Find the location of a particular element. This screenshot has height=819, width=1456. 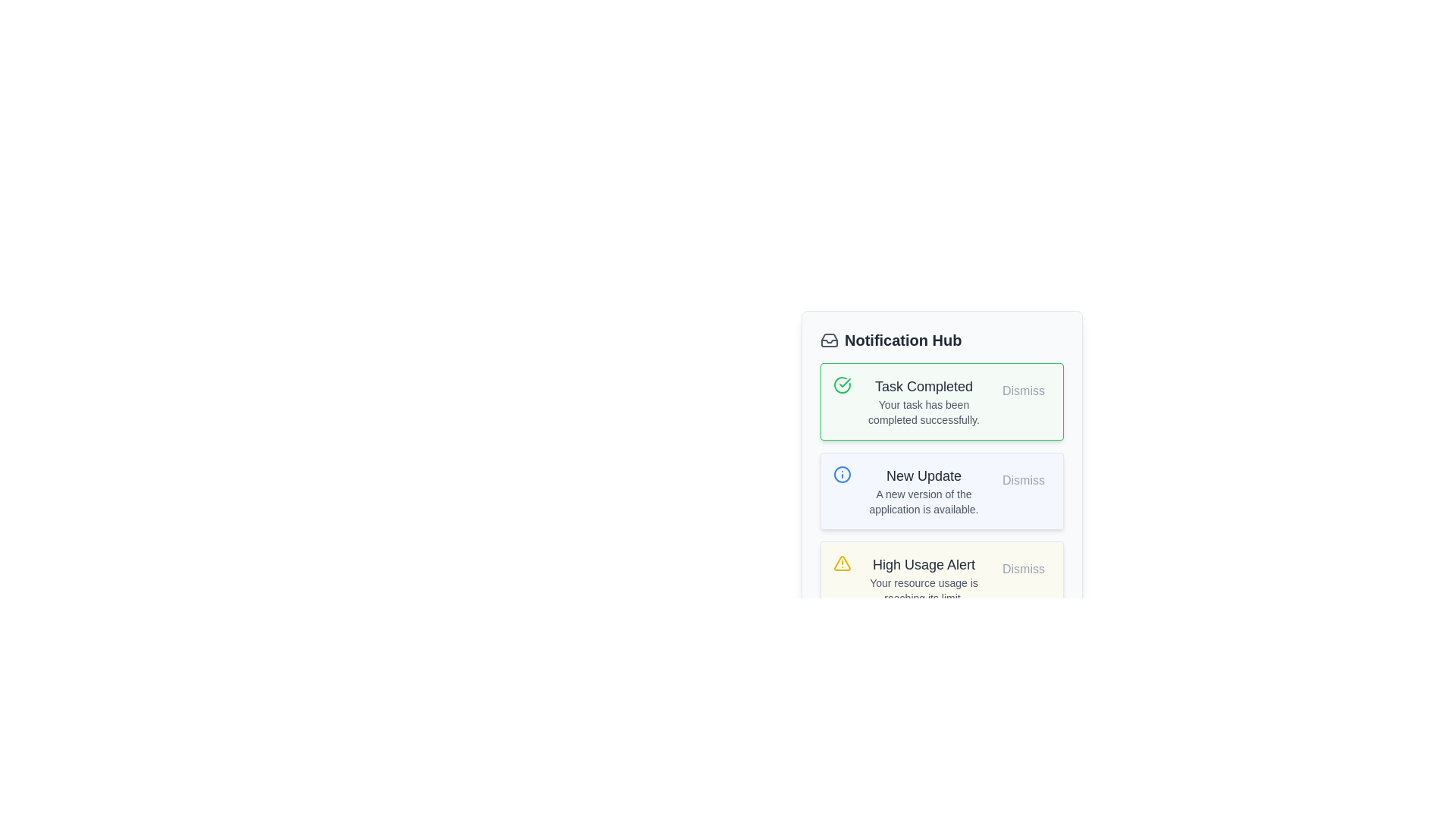

the inbox tray icon located in the Notification Hub header at the top right of the notification panel is located at coordinates (829, 341).